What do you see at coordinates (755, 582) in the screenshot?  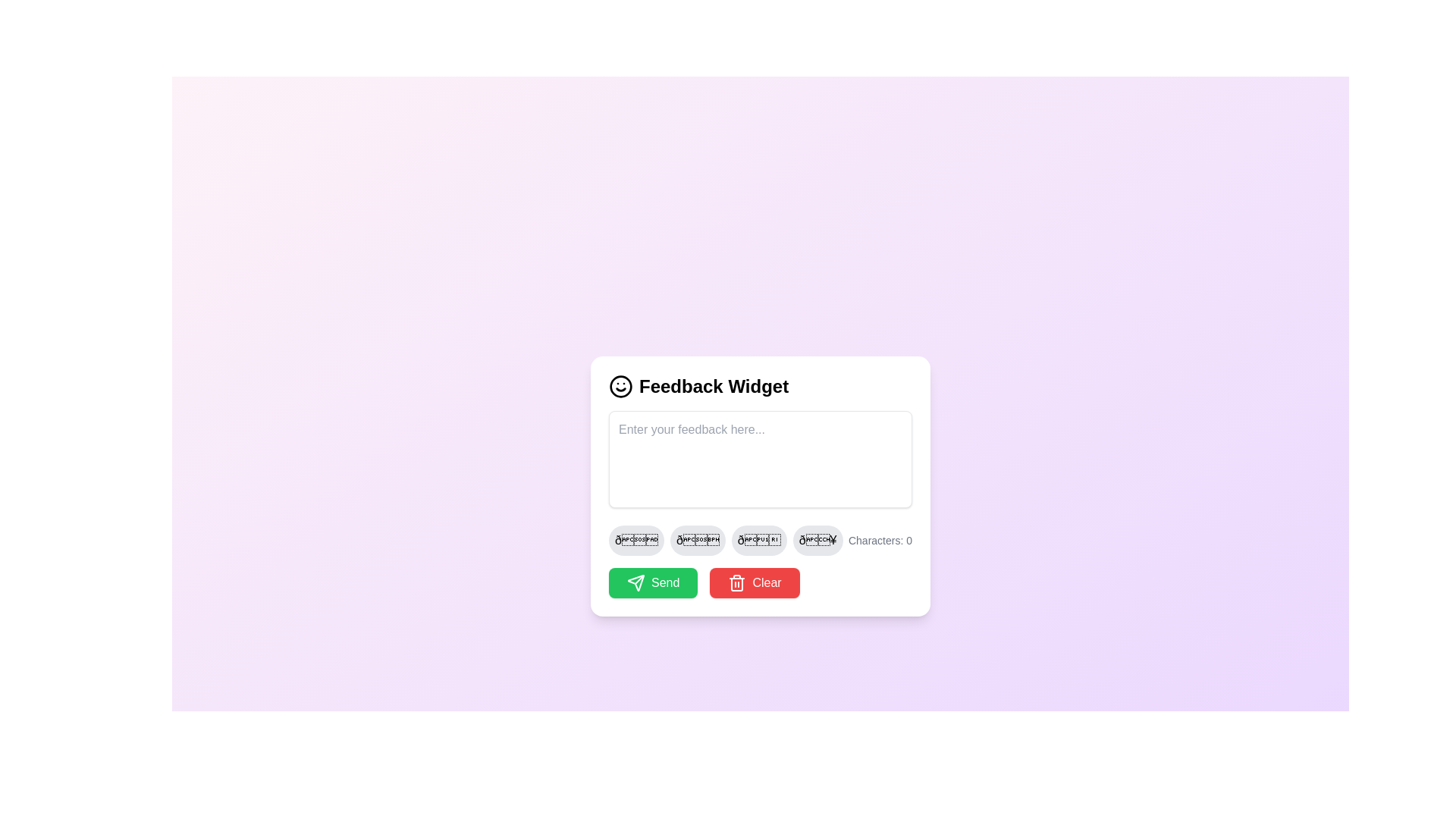 I see `the second button in the horizontally aligned pair, located immediately to the right of the green 'Send' button` at bounding box center [755, 582].